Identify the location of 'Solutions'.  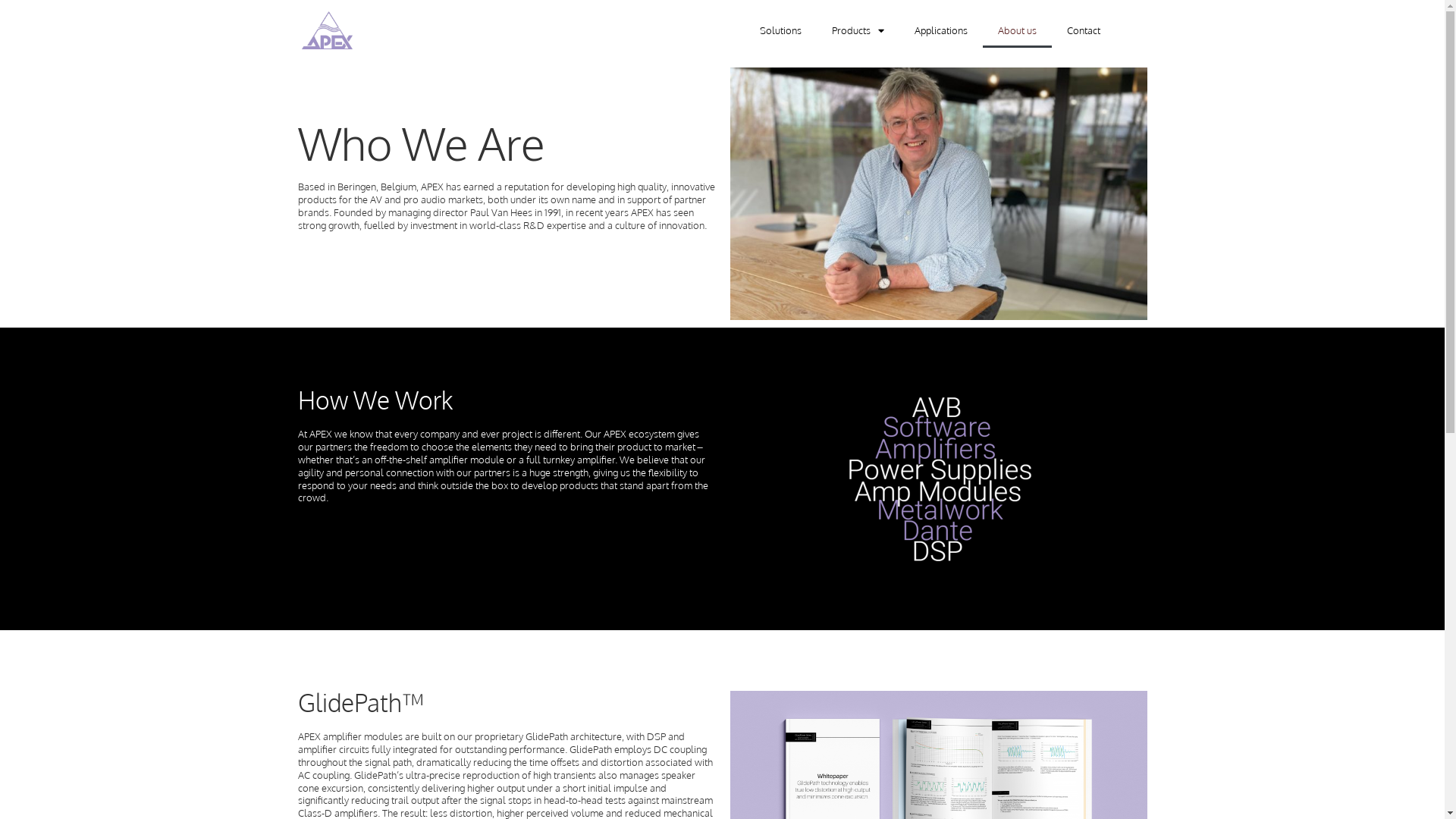
(780, 30).